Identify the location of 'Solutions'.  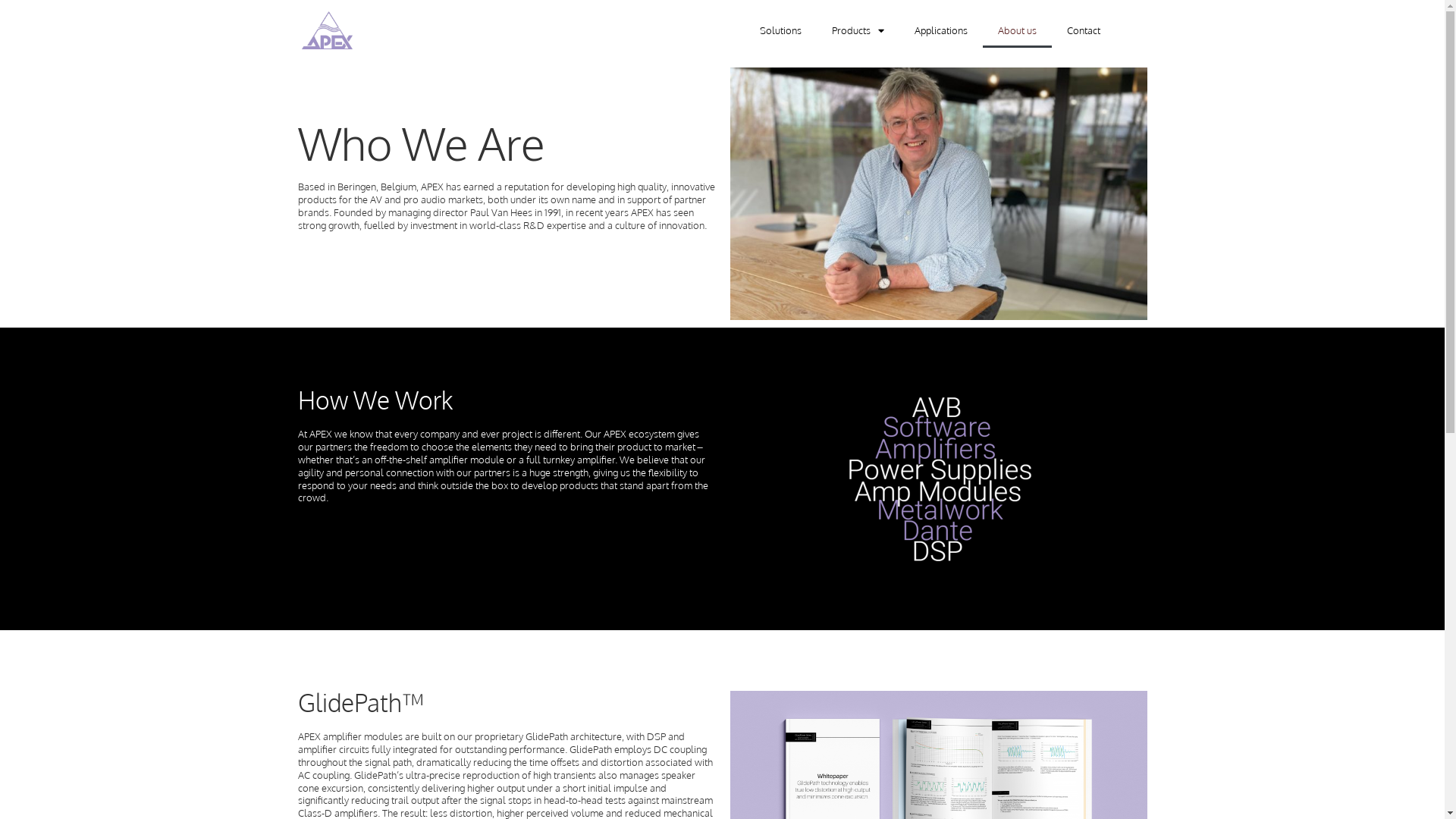
(780, 30).